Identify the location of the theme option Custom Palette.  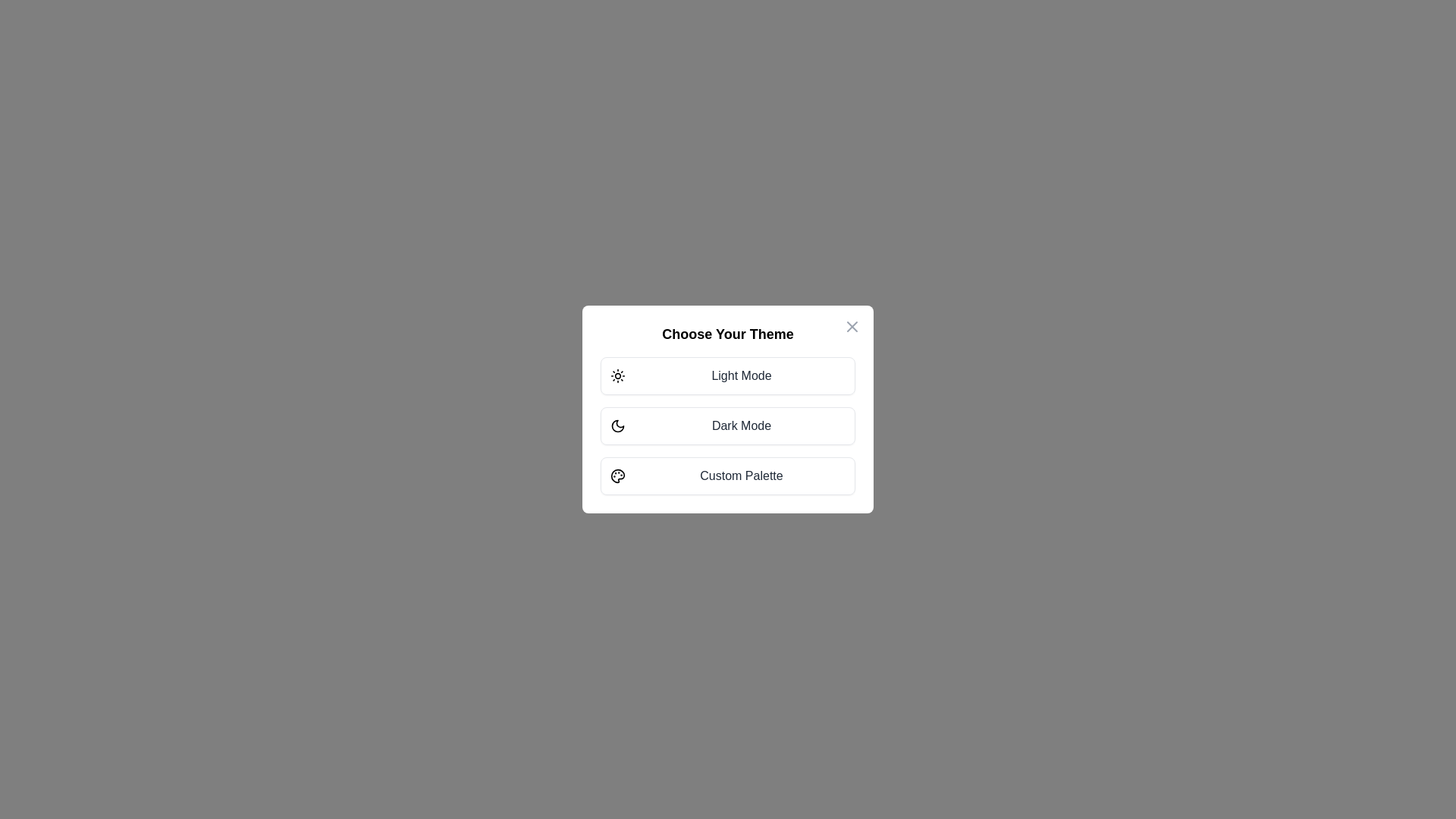
(728, 475).